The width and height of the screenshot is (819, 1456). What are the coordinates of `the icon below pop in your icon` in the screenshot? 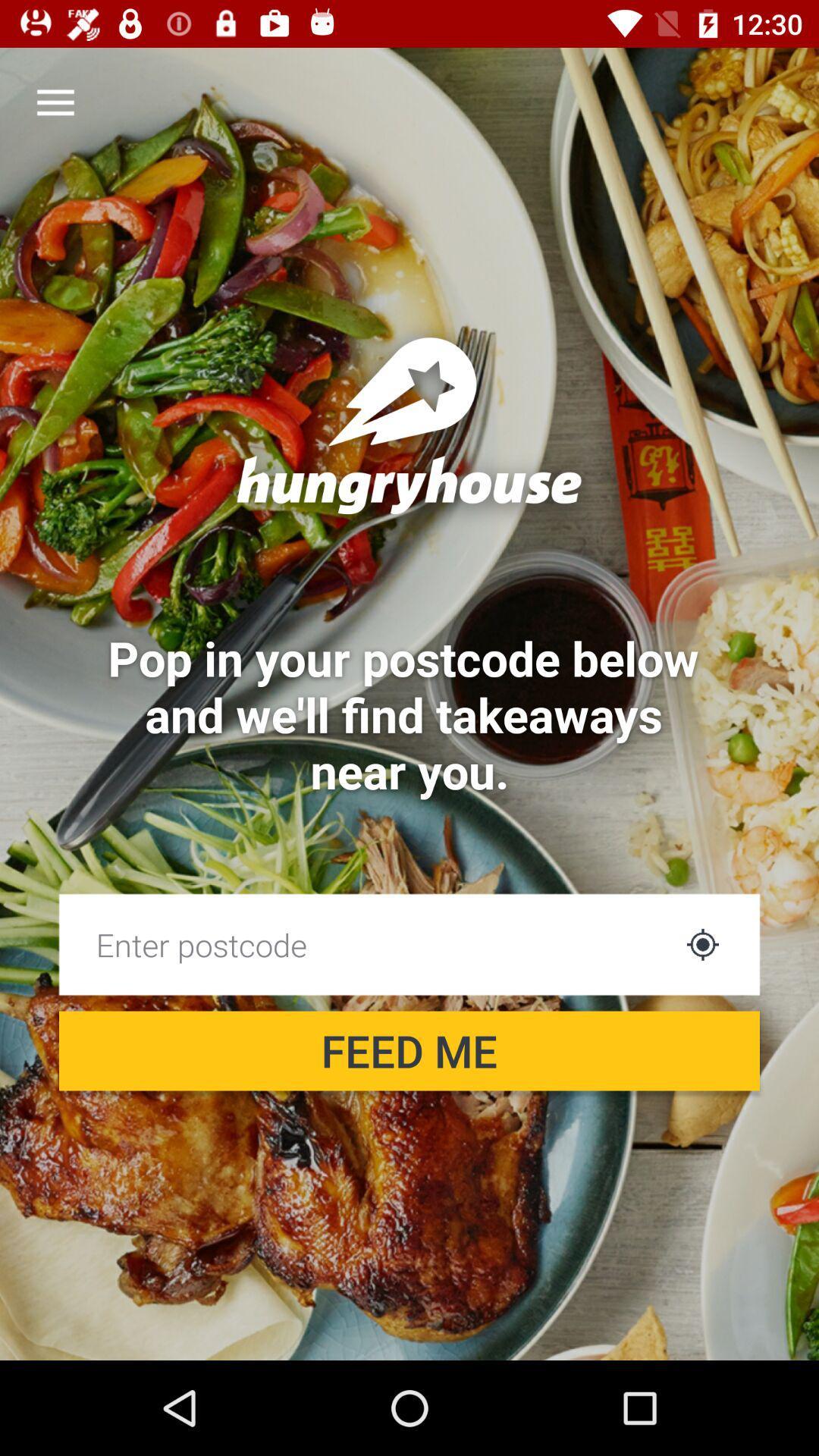 It's located at (702, 943).